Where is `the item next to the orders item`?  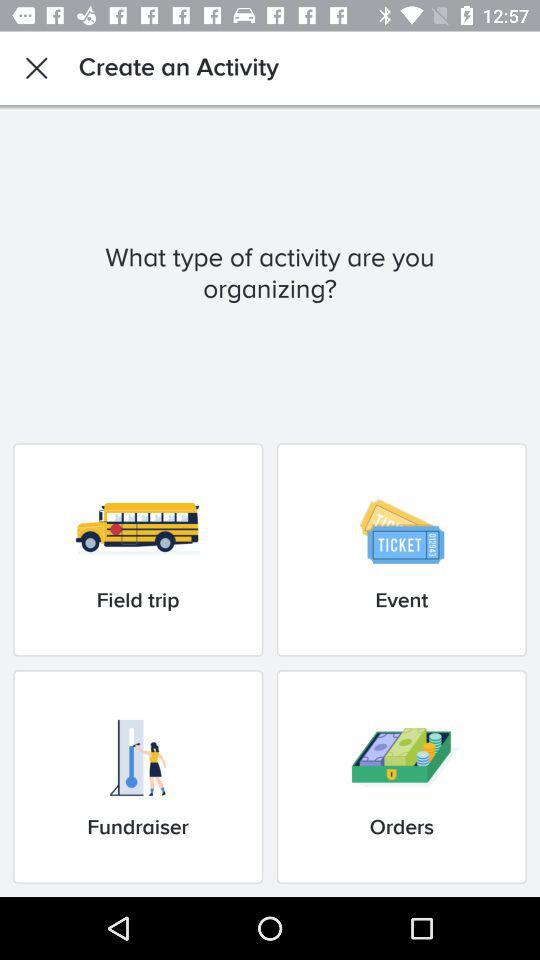 the item next to the orders item is located at coordinates (137, 776).